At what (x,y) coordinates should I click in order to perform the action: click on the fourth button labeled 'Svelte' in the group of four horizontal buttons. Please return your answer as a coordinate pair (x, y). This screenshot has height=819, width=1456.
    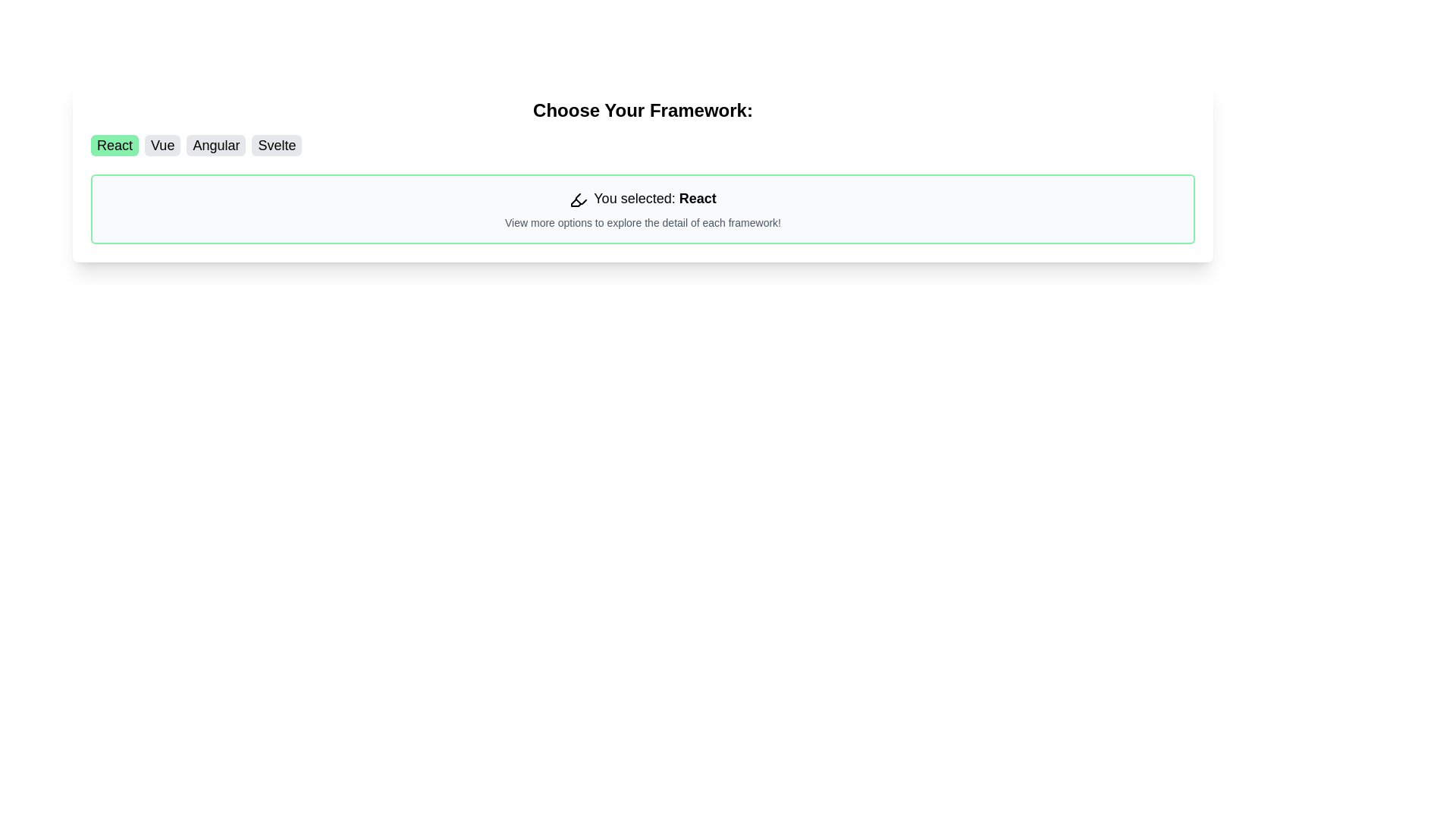
    Looking at the image, I should click on (277, 146).